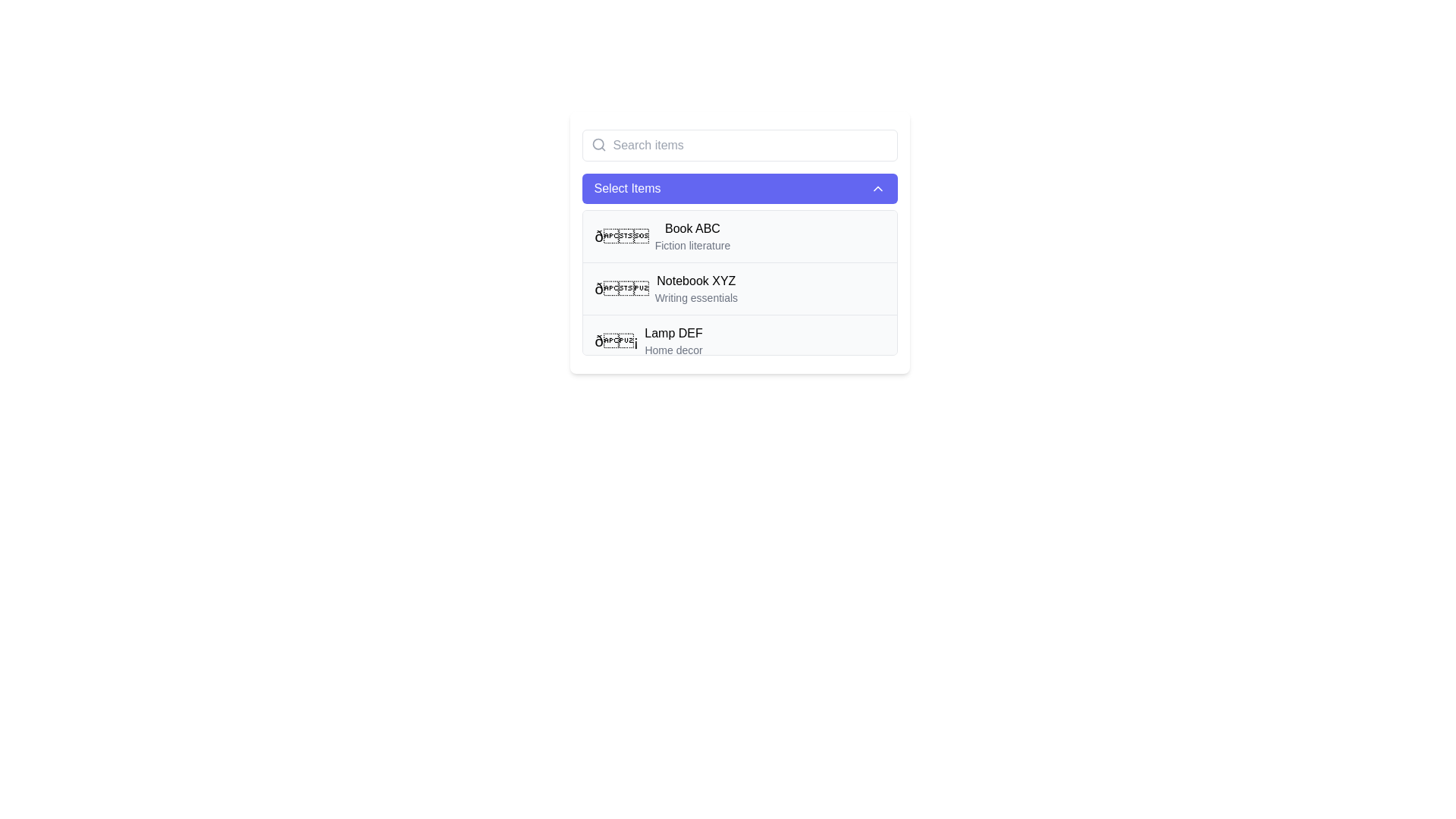 The image size is (1456, 819). What do you see at coordinates (739, 242) in the screenshot?
I see `the items in the Dropdown list labeled 'Select Items'` at bounding box center [739, 242].